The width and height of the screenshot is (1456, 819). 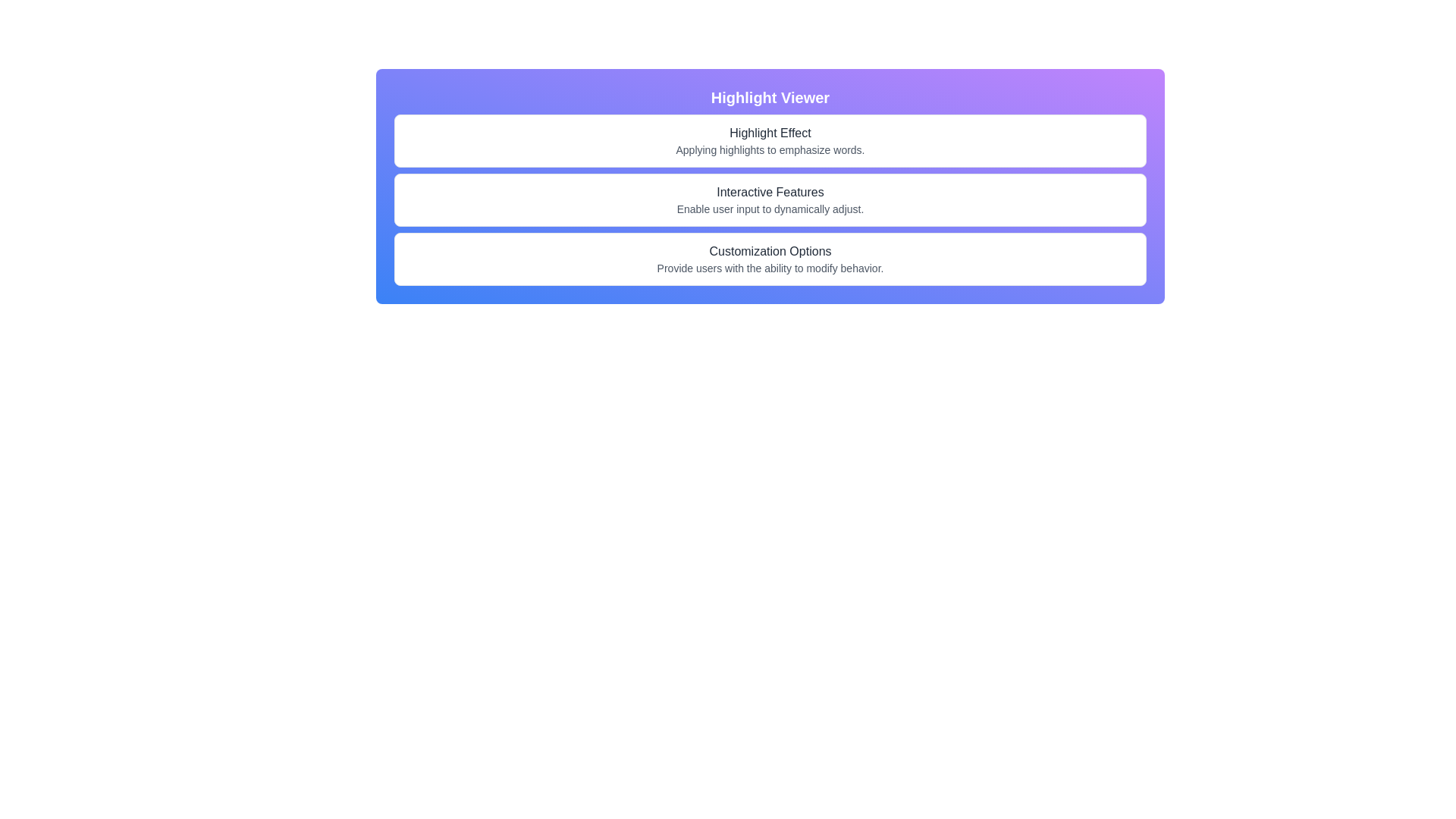 What do you see at coordinates (780, 191) in the screenshot?
I see `the letter 'F' in the text 'Interactive Features', which is the thirteenth character in the label describing a feature` at bounding box center [780, 191].